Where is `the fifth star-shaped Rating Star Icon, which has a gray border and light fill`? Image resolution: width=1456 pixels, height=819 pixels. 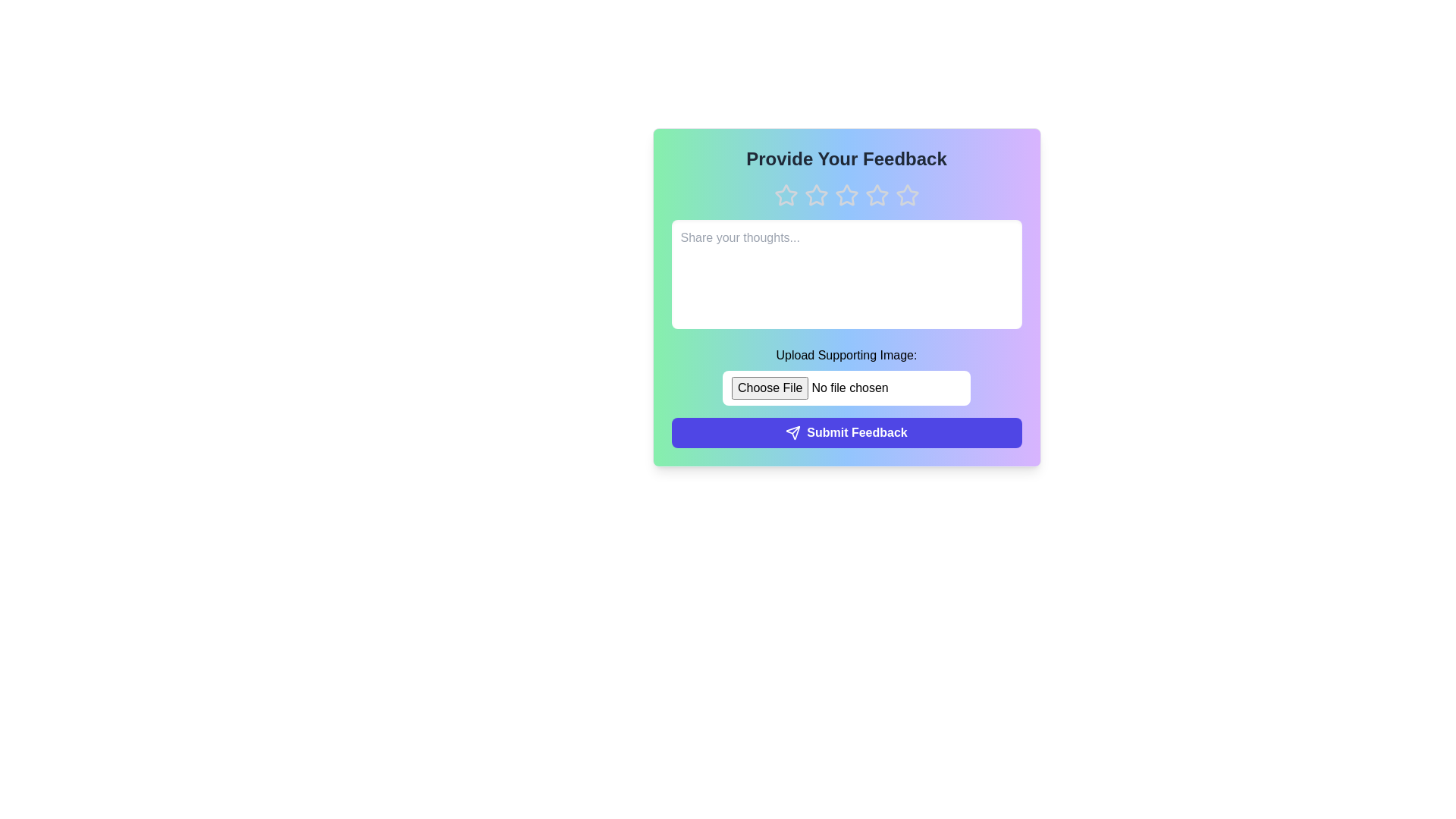
the fifth star-shaped Rating Star Icon, which has a gray border and light fill is located at coordinates (907, 194).